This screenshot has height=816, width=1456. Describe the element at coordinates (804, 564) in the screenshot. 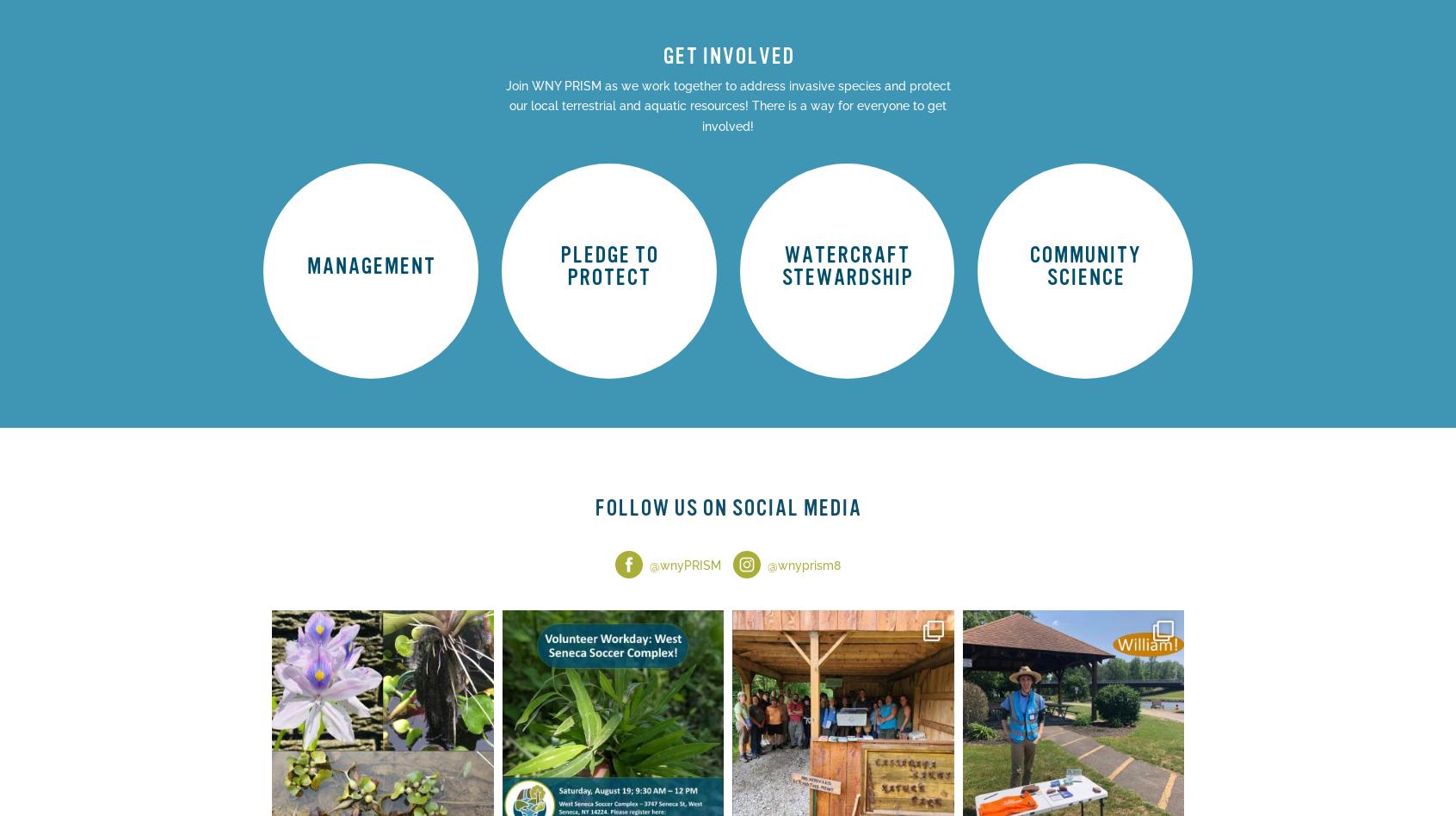

I see `'@wnyprism8'` at that location.